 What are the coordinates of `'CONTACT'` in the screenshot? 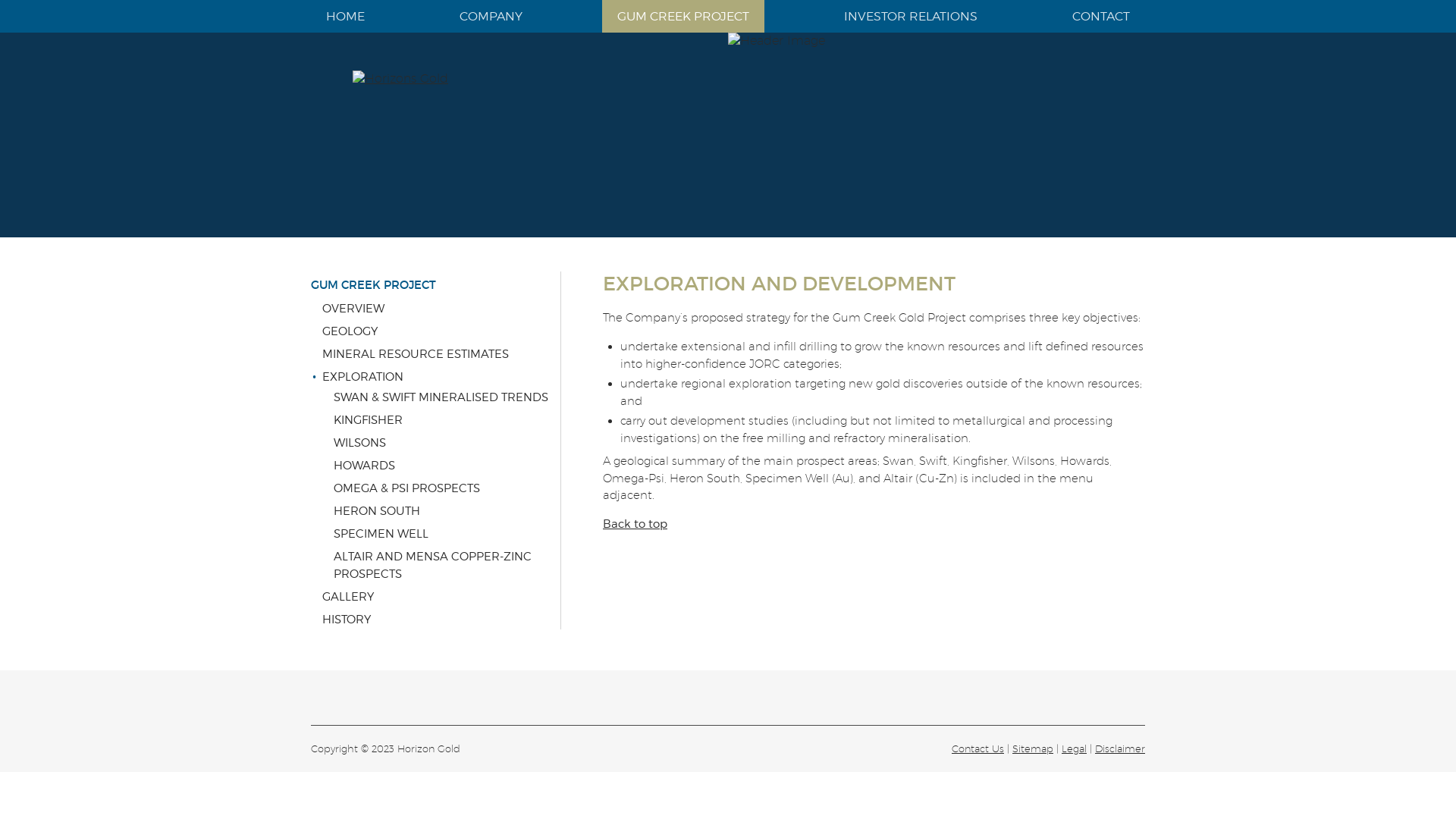 It's located at (1101, 16).